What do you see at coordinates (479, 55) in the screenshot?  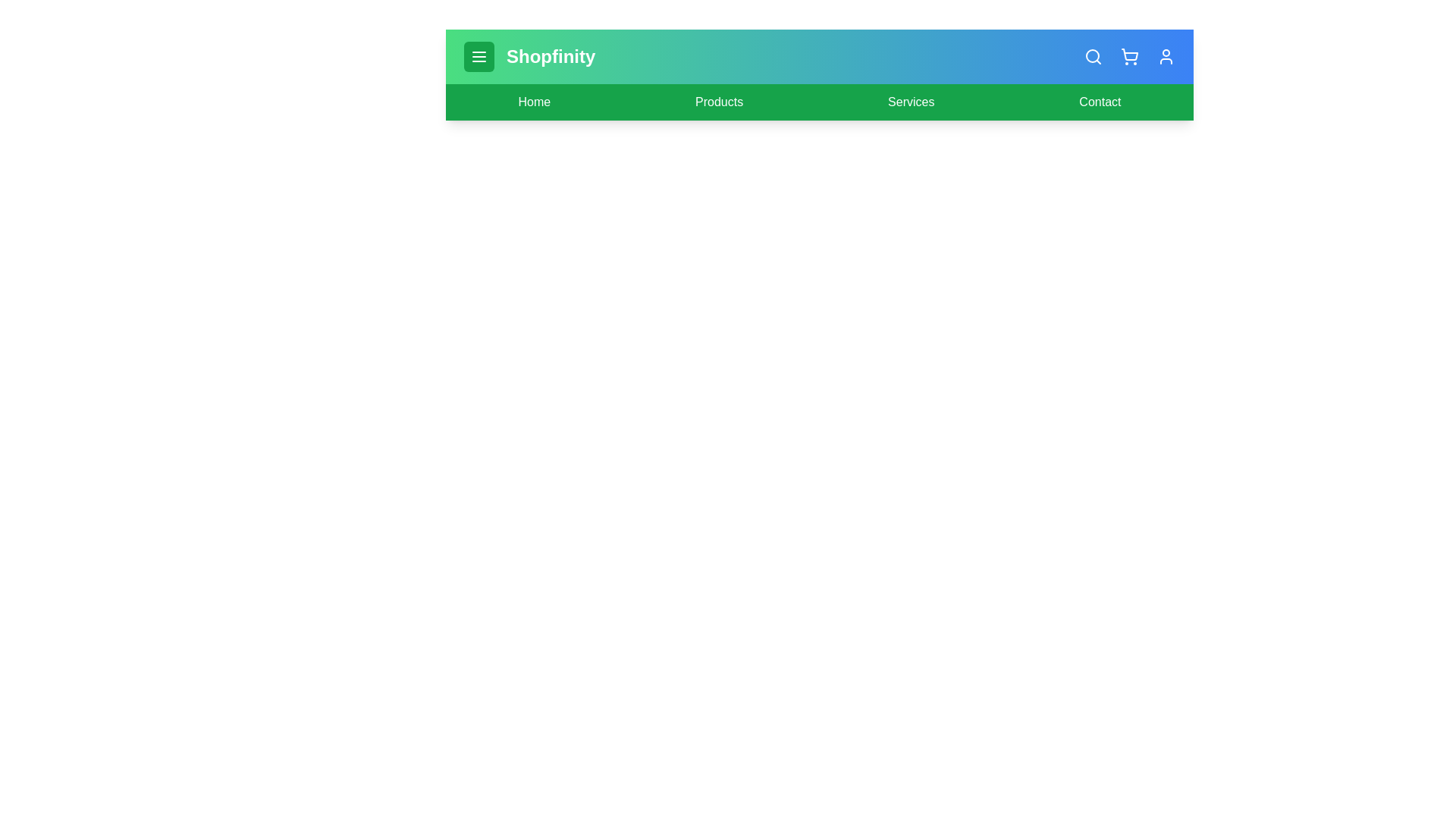 I see `the menu_button to observe its hover effect` at bounding box center [479, 55].